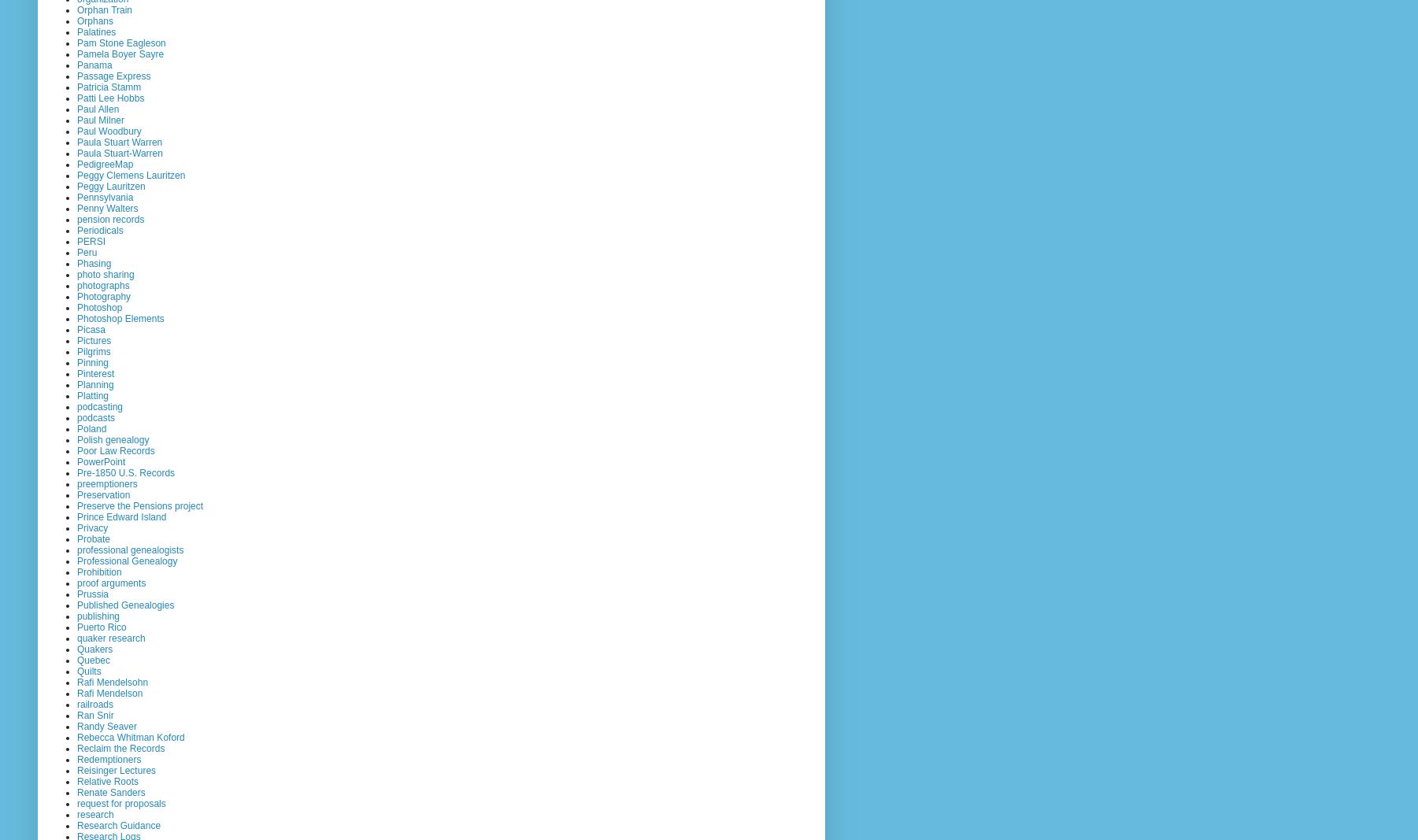 The height and width of the screenshot is (840, 1418). I want to click on 'Research Guidance', so click(118, 825).